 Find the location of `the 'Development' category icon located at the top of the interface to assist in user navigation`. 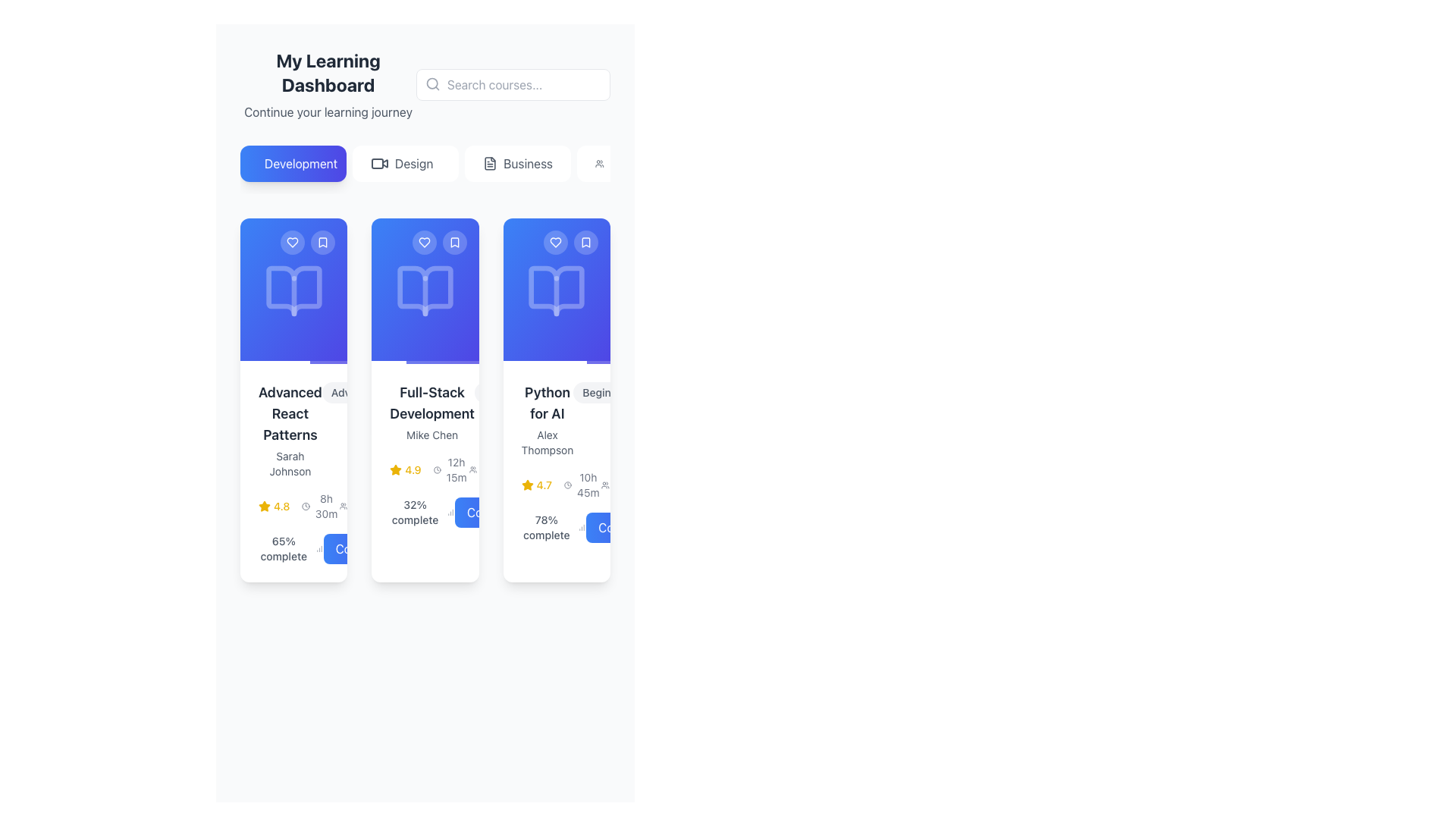

the 'Development' category icon located at the top of the interface to assist in user navigation is located at coordinates (268, 164).